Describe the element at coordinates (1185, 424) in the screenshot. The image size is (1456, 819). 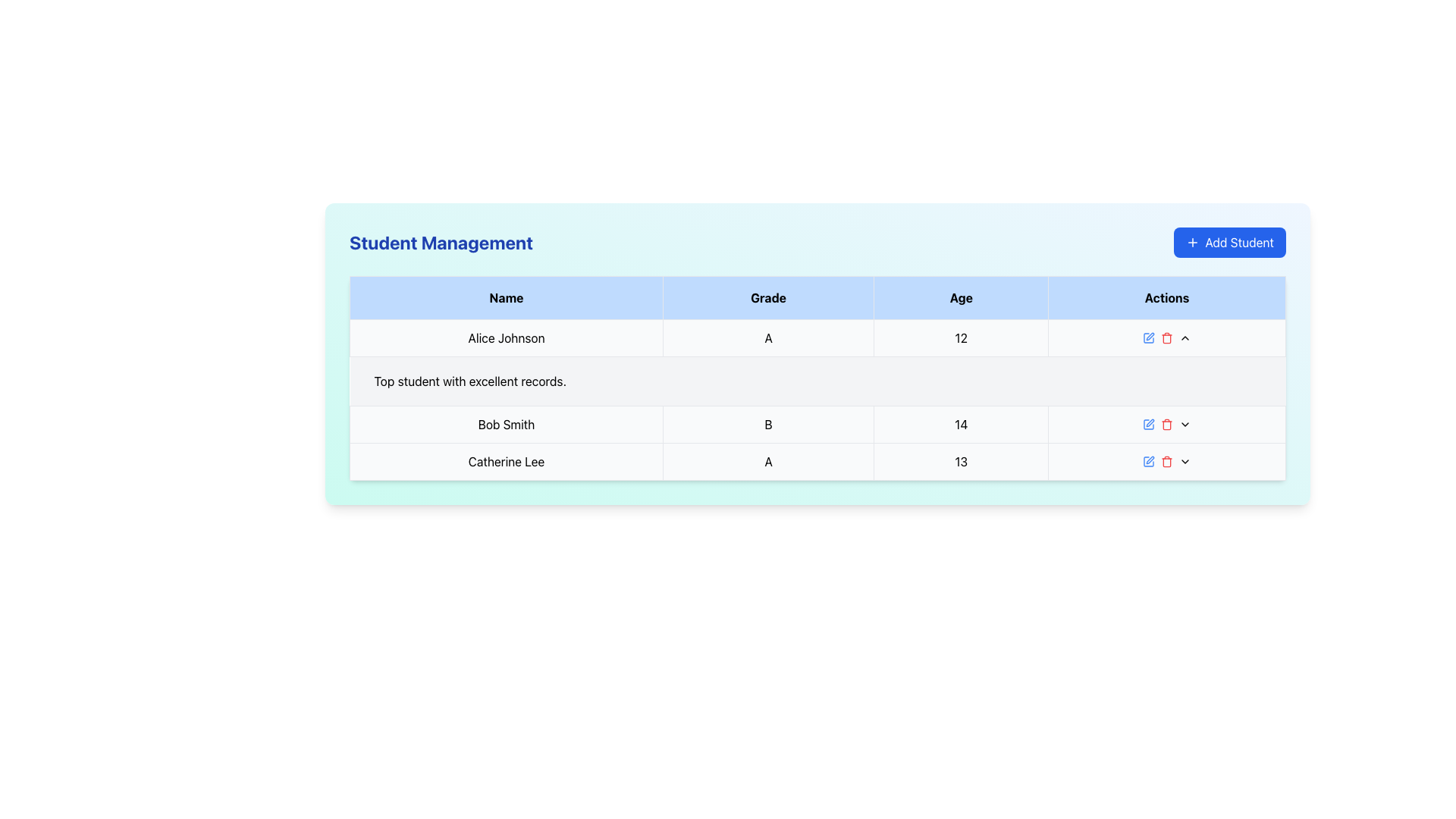
I see `the downward-facing arrow icon in the 'Actions' column for the row representing 'Bob Smith'` at that location.